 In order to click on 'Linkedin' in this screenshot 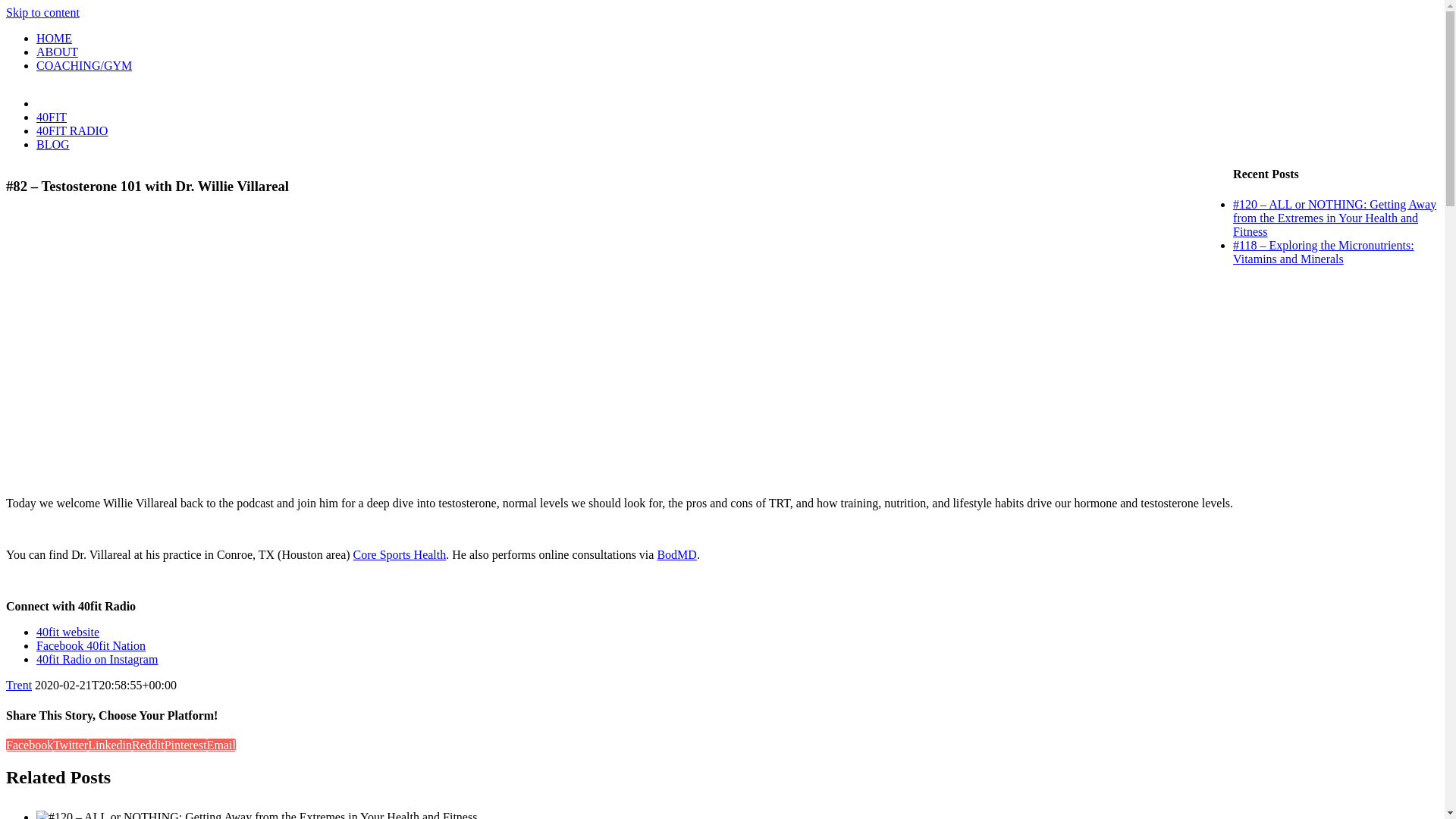, I will do `click(108, 744)`.